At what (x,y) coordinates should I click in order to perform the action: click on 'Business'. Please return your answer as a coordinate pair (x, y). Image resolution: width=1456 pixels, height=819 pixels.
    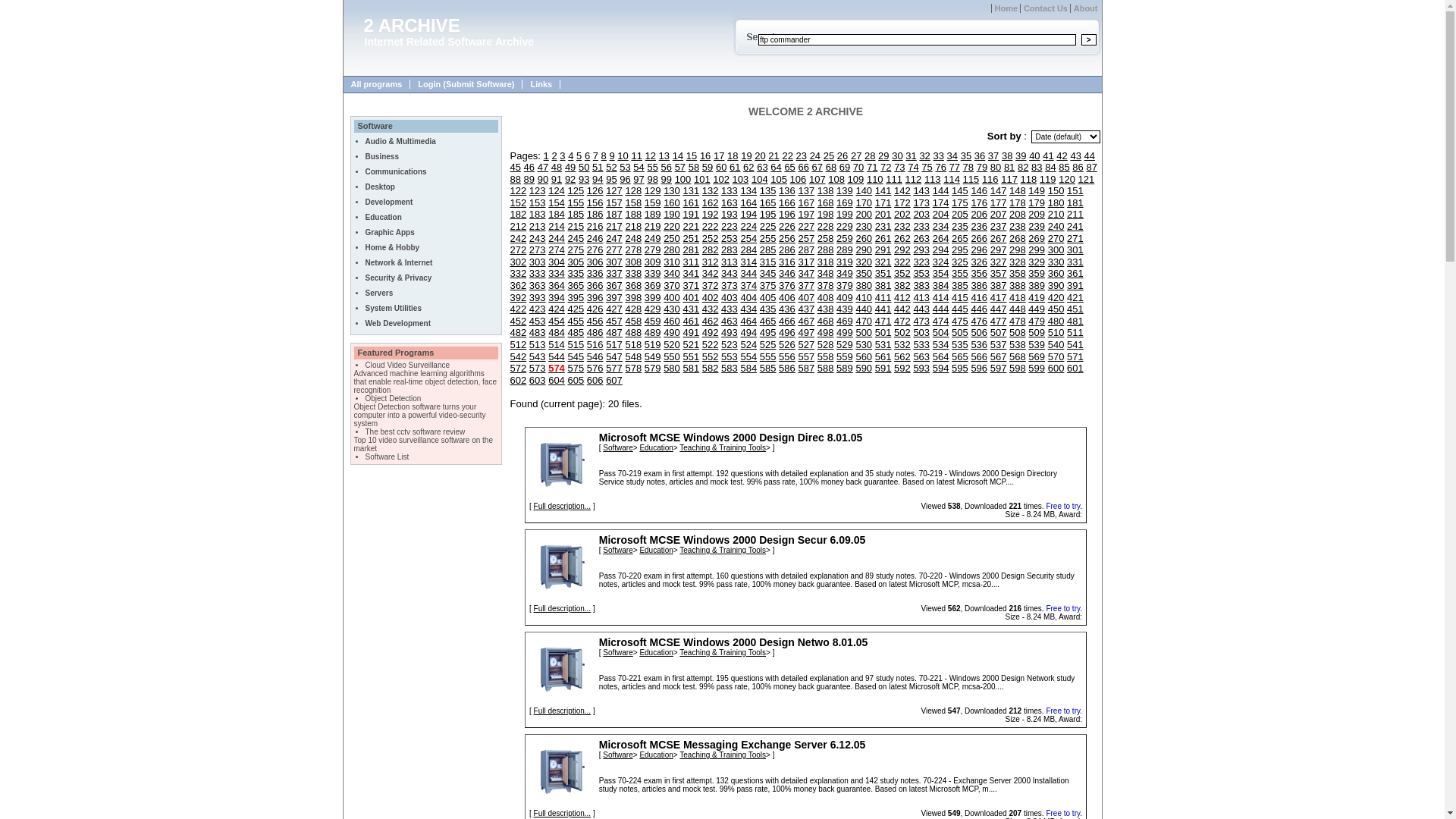
    Looking at the image, I should click on (382, 156).